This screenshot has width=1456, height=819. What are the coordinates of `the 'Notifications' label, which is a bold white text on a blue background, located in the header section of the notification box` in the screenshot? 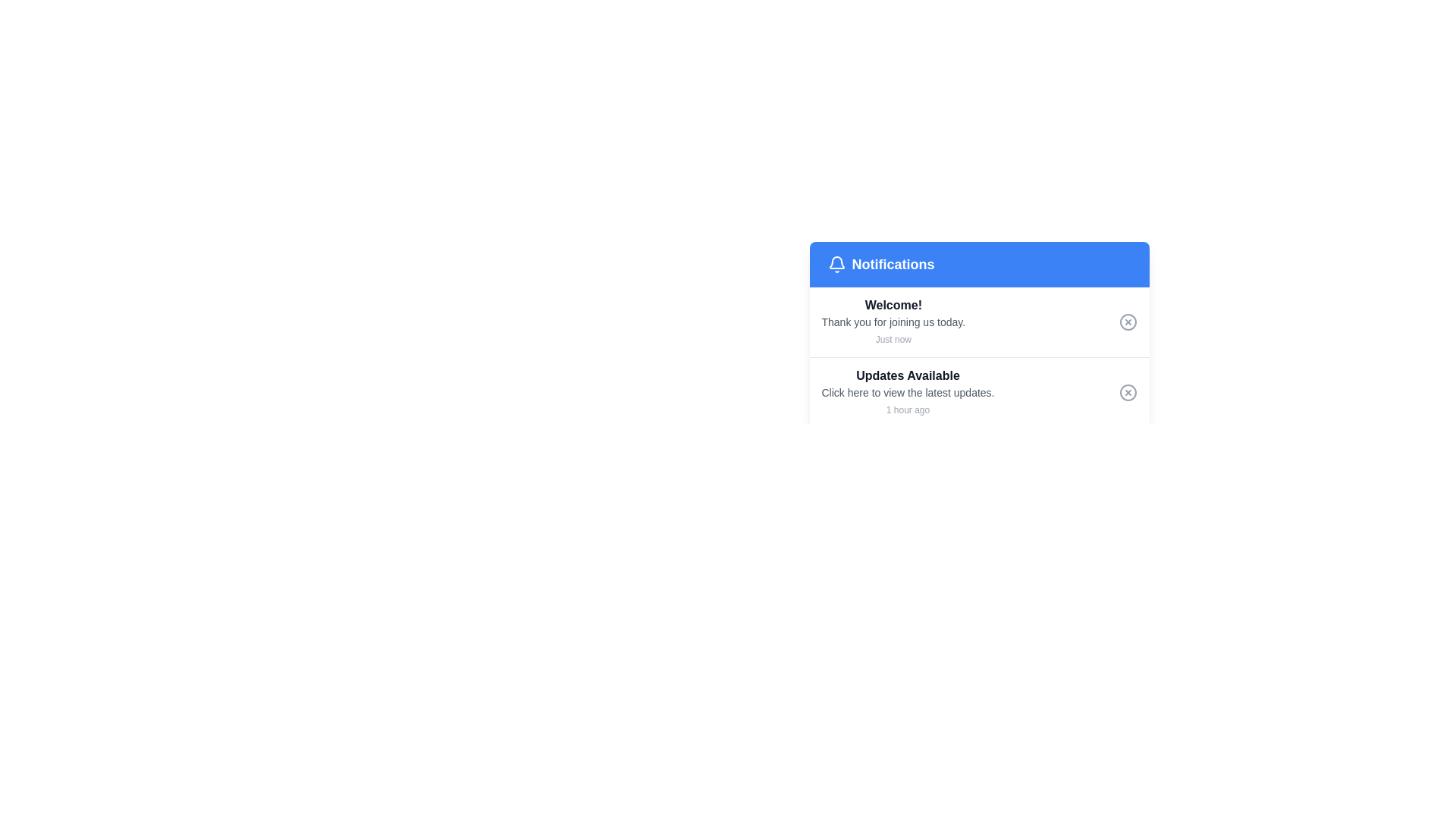 It's located at (893, 263).